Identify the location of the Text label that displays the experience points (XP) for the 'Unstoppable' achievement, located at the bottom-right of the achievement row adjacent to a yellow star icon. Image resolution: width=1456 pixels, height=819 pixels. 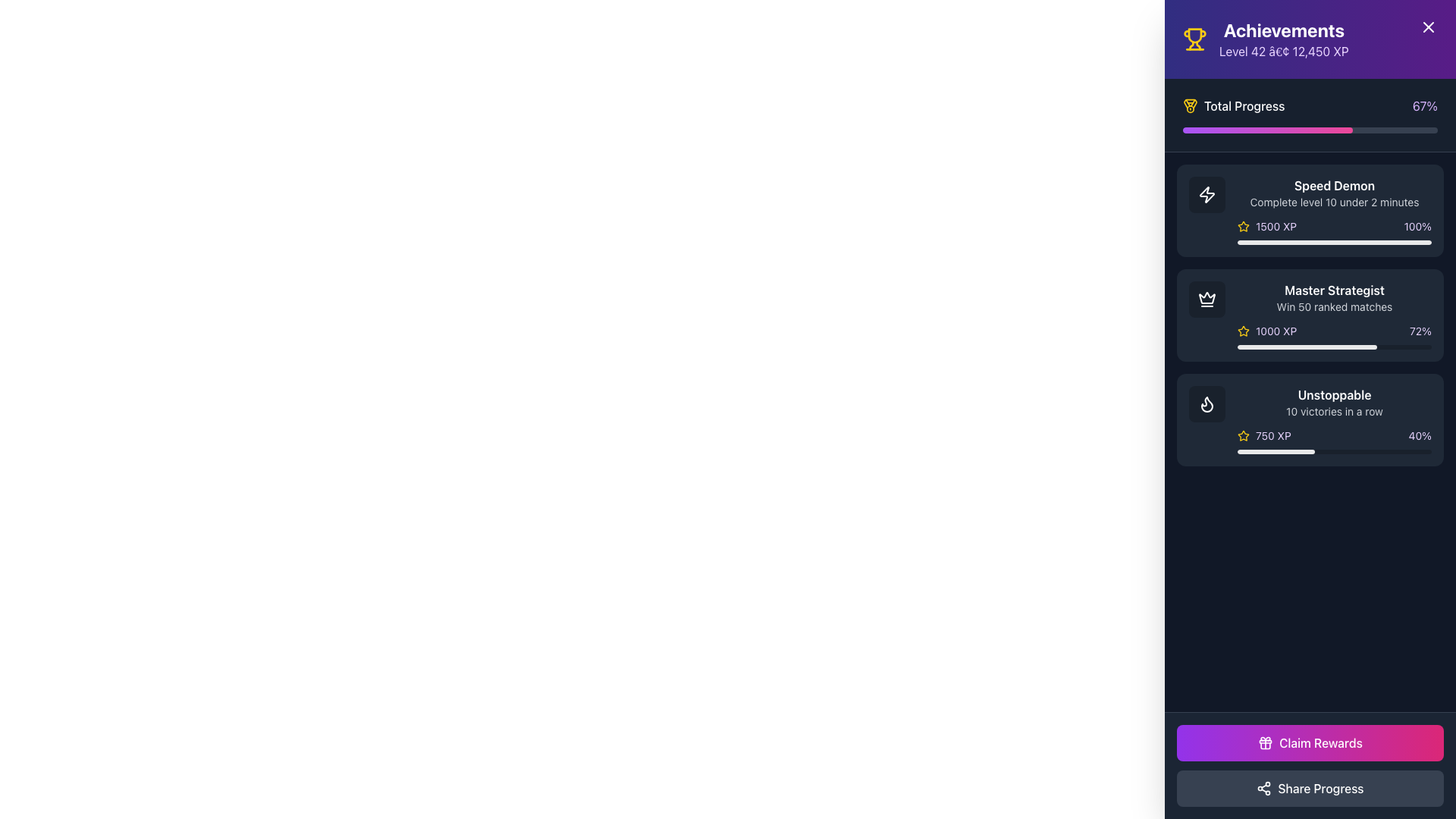
(1273, 435).